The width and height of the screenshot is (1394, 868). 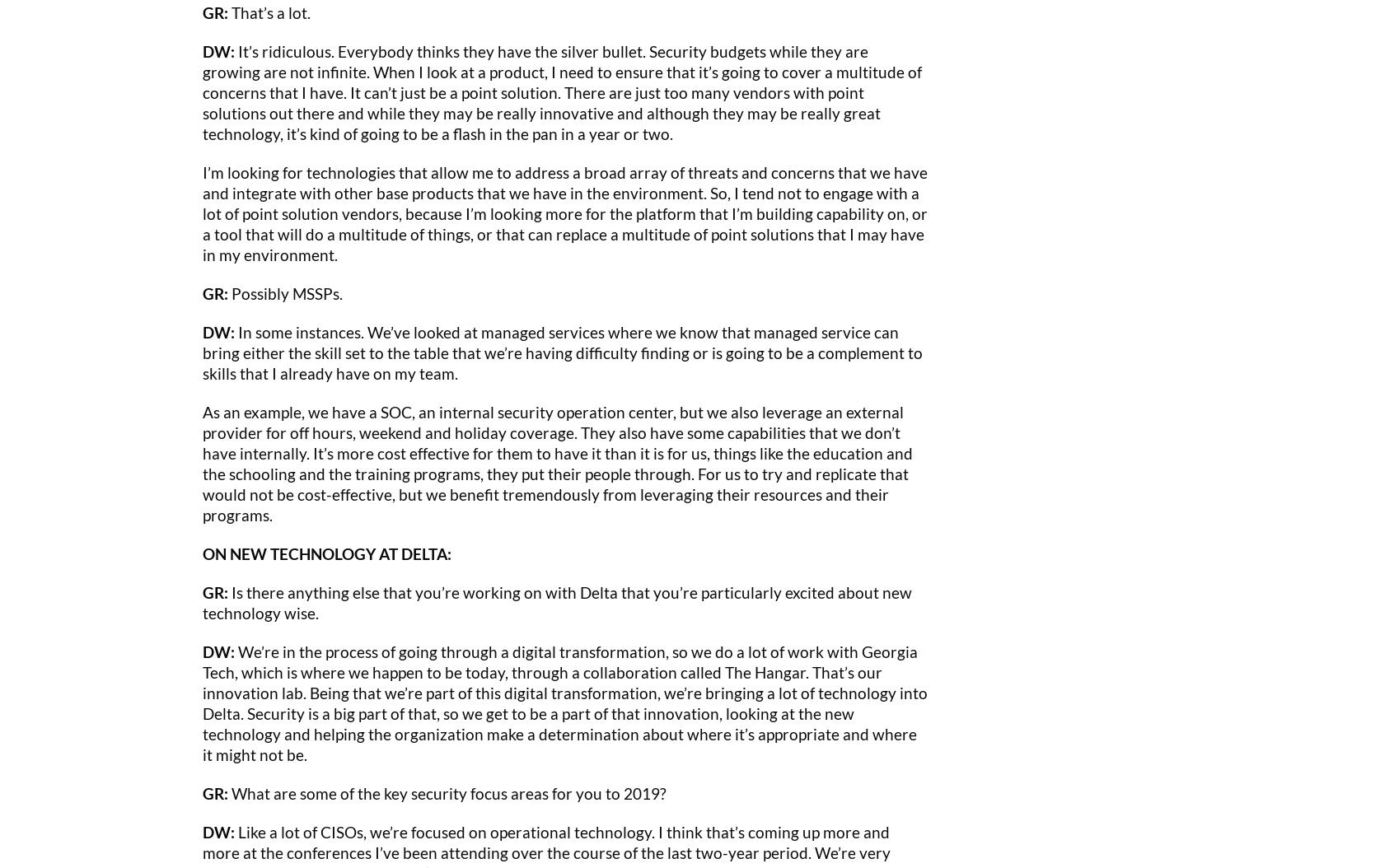 What do you see at coordinates (326, 553) in the screenshot?
I see `'ON NEW TECHNOLOGY AT DELTA:'` at bounding box center [326, 553].